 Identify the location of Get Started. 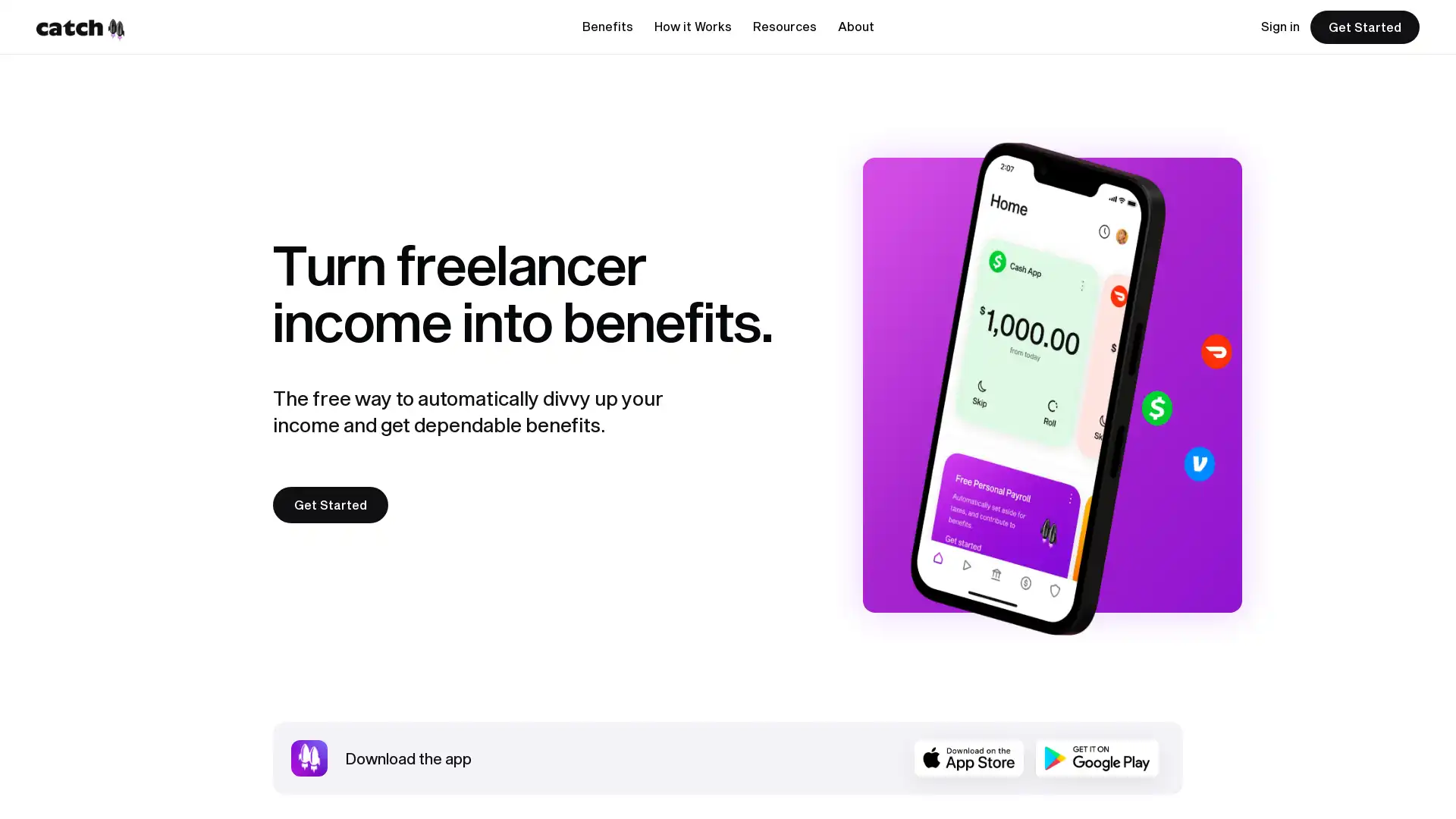
(330, 505).